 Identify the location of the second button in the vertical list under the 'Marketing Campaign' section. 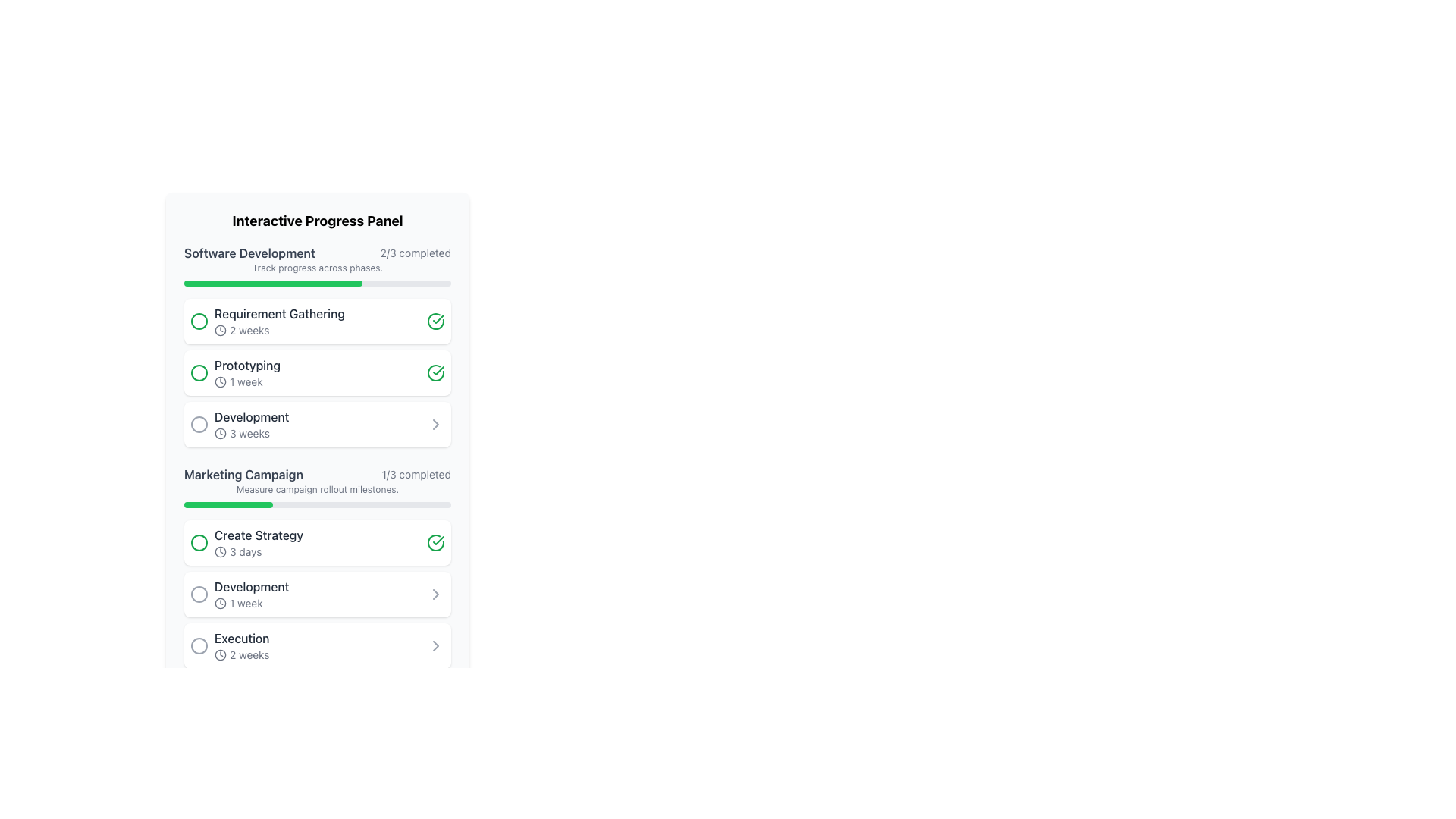
(316, 593).